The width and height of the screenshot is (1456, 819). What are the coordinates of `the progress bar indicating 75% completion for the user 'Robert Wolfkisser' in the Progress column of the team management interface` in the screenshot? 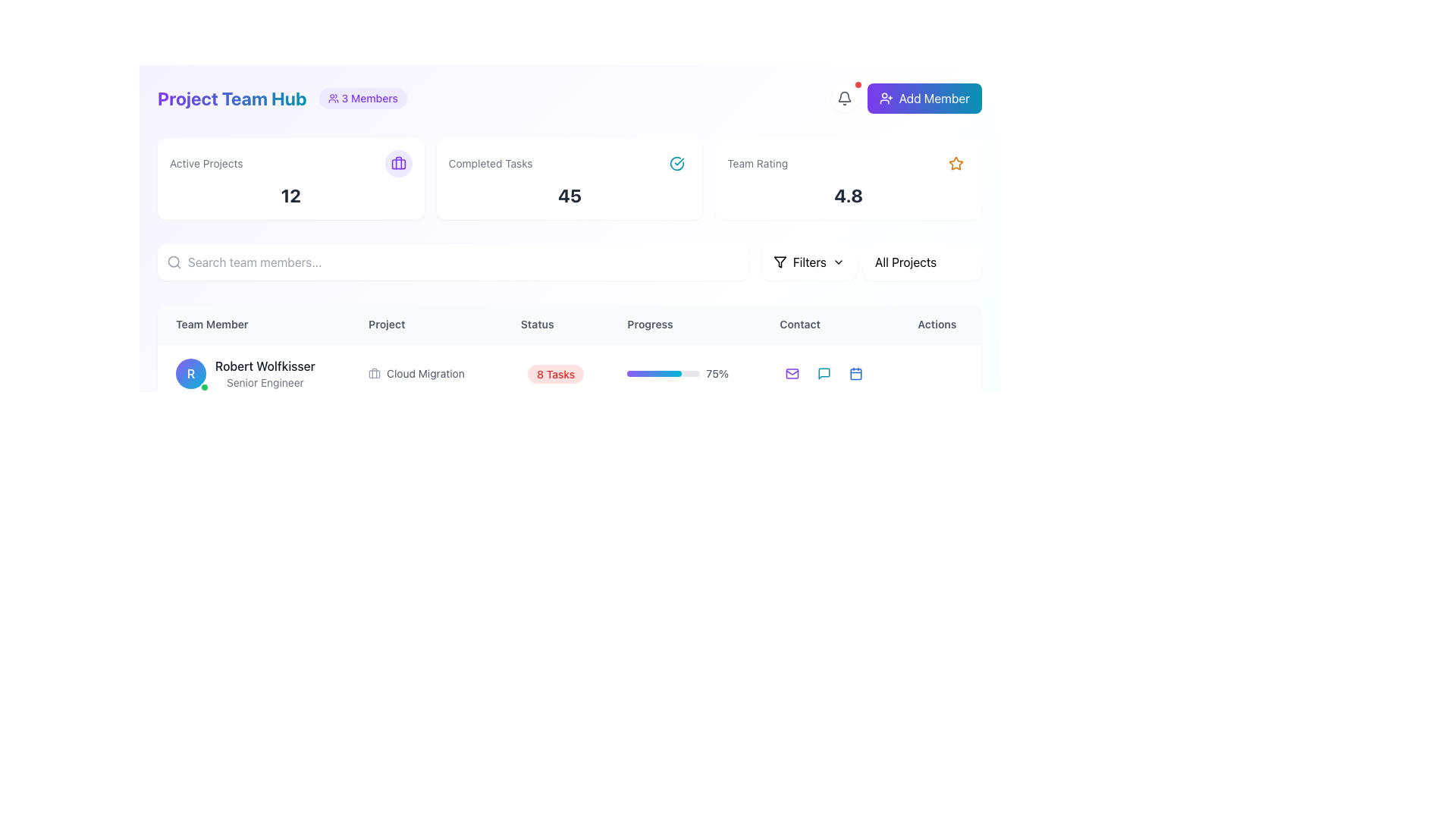 It's located at (684, 374).